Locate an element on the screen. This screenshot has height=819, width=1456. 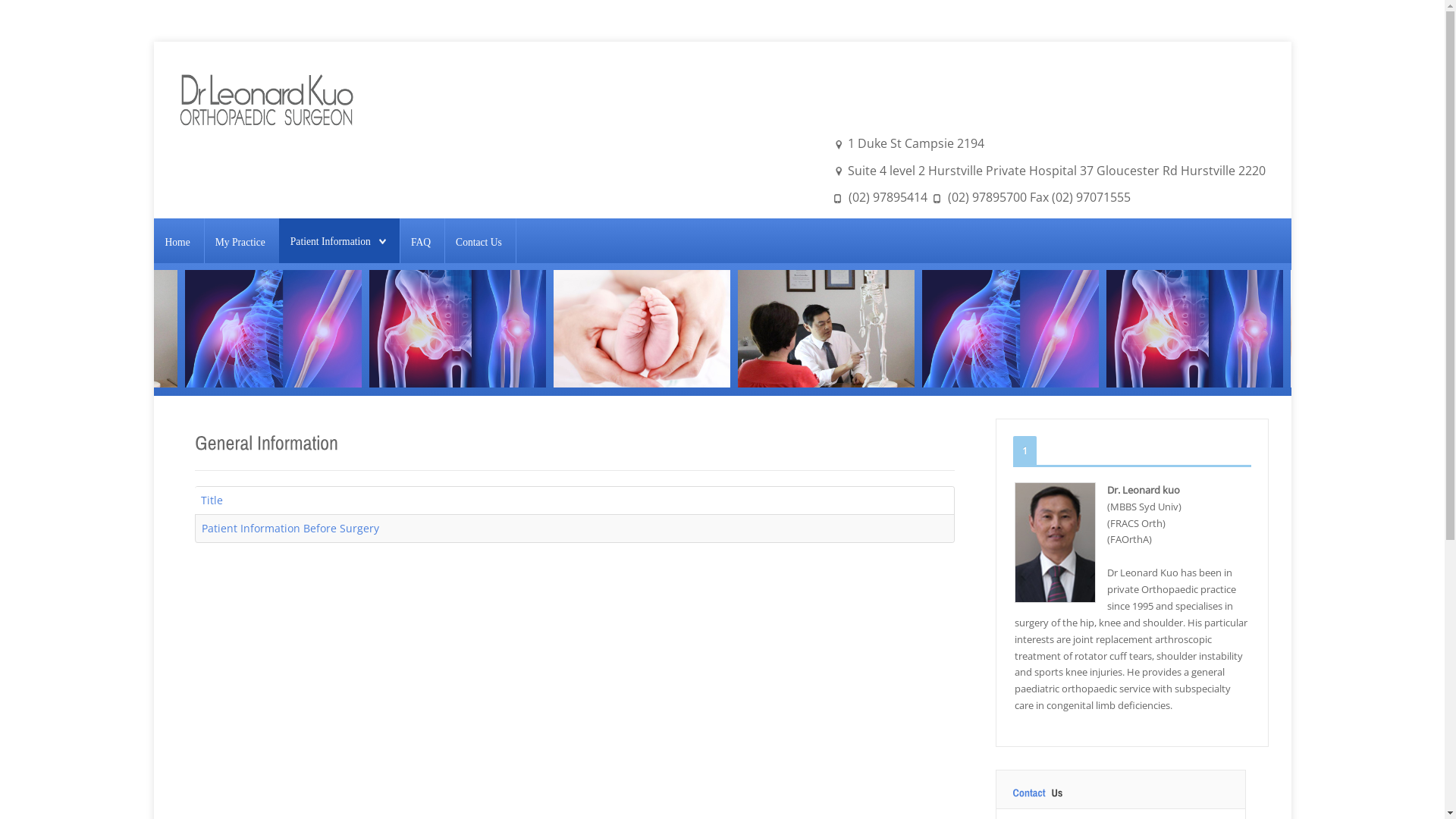
'Home' is located at coordinates (177, 241).